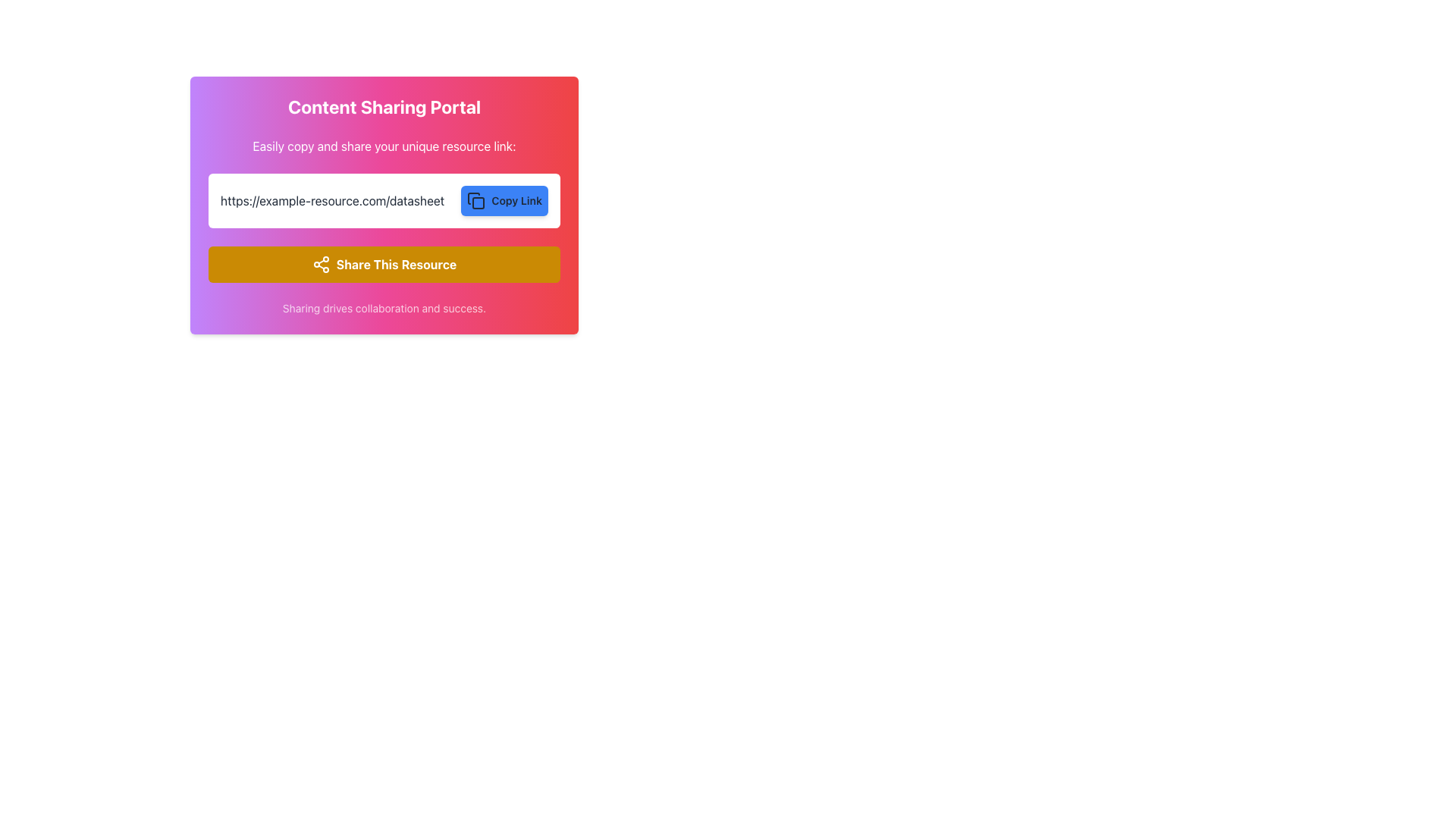 The image size is (1456, 819). I want to click on the icon inside the 'Copy Link' button to initiate the copy action, which allows for sharing the associated link, so click(473, 198).